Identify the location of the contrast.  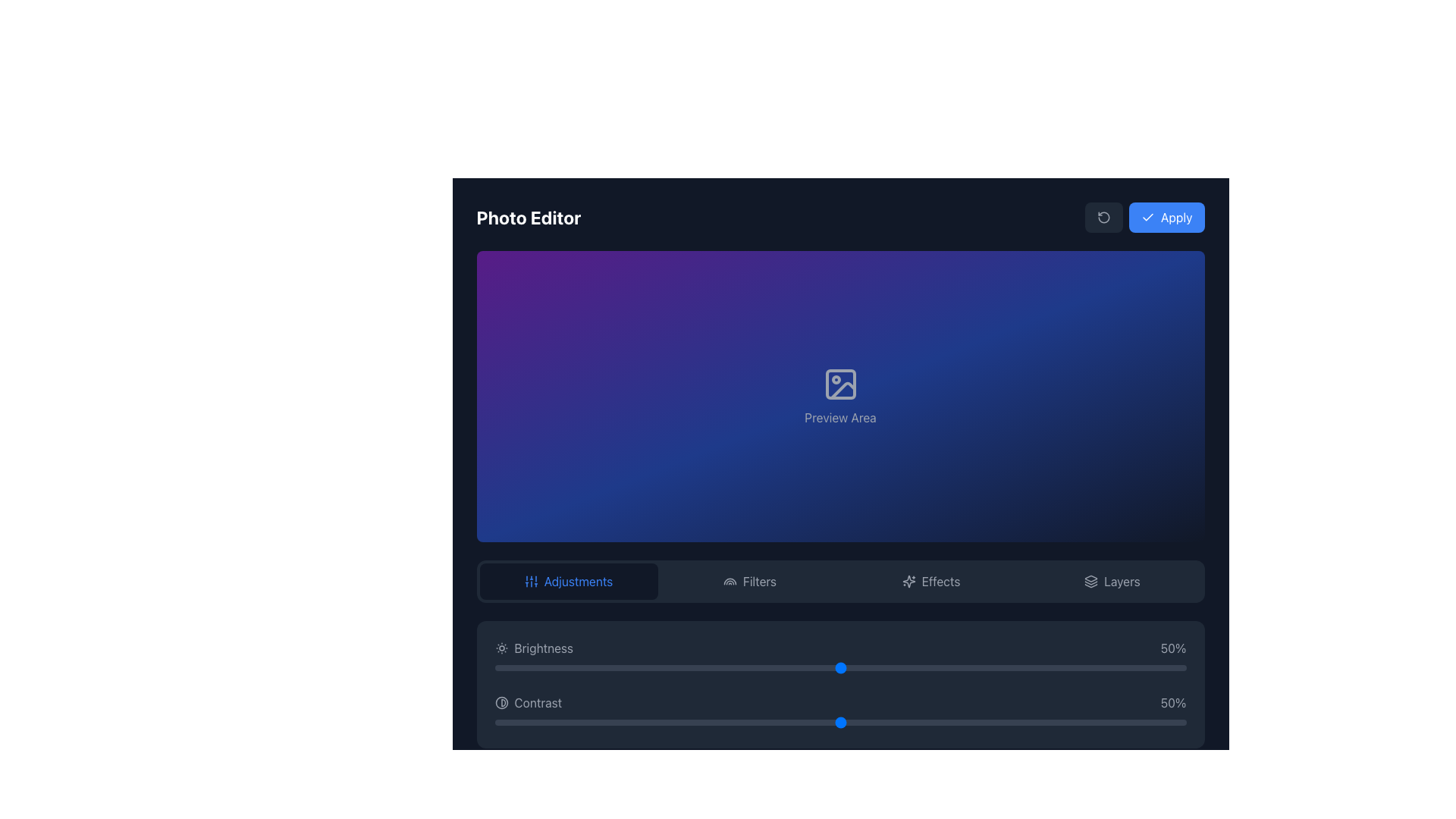
(612, 721).